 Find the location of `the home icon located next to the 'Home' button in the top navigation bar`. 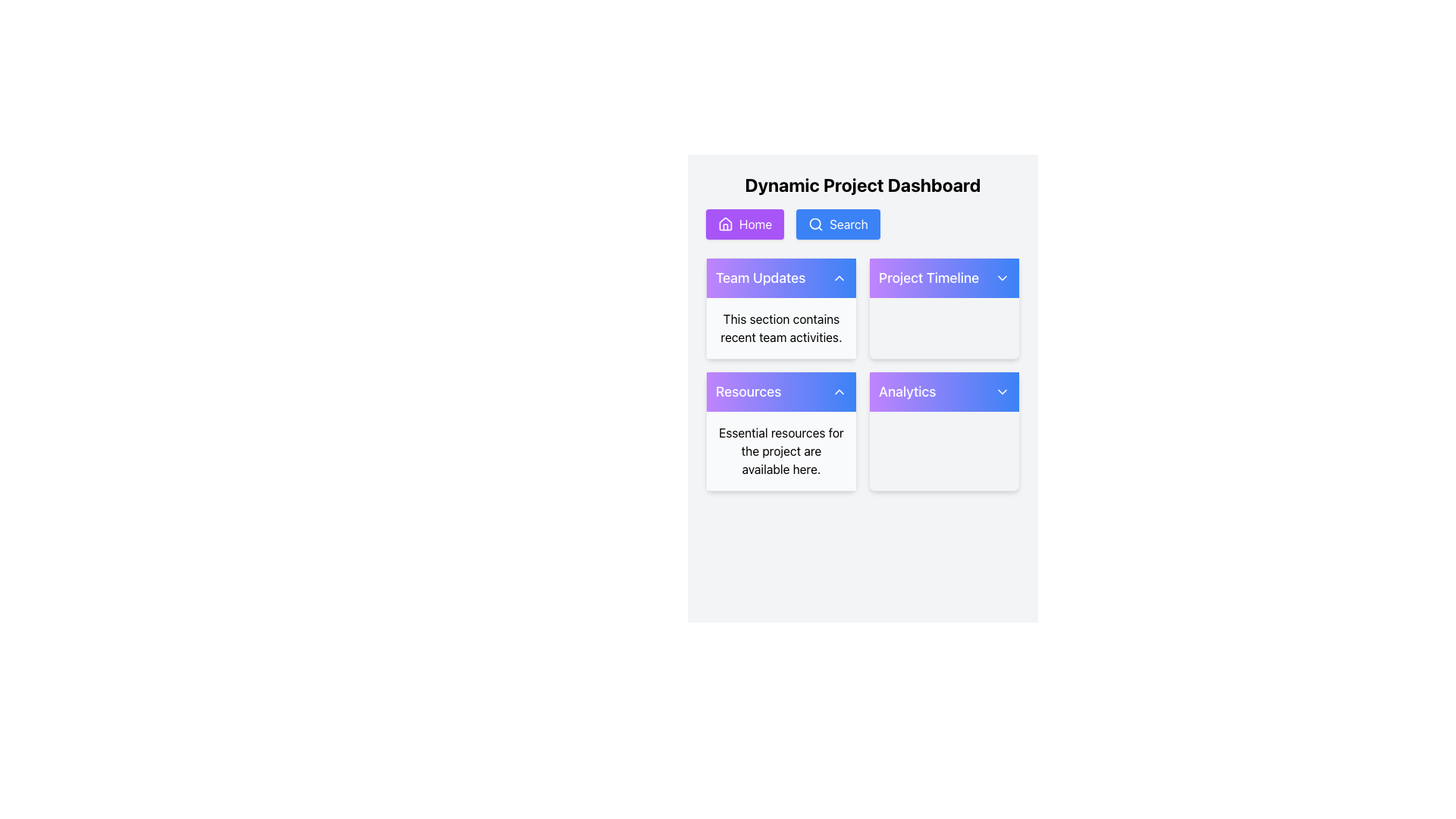

the home icon located next to the 'Home' button in the top navigation bar is located at coordinates (724, 224).